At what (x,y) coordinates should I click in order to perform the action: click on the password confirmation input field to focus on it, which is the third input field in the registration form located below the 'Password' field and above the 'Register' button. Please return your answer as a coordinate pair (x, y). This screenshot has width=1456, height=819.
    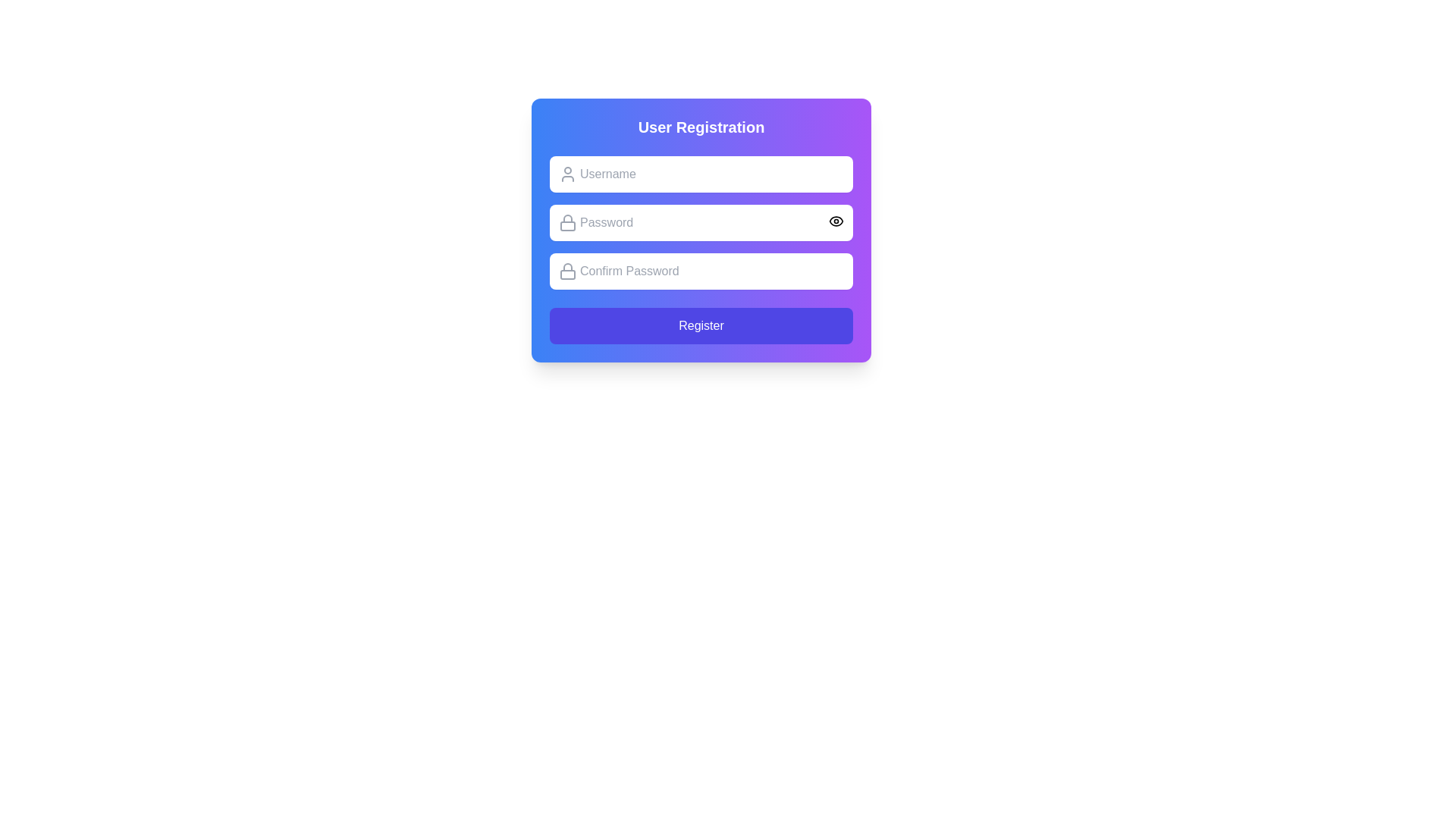
    Looking at the image, I should click on (701, 271).